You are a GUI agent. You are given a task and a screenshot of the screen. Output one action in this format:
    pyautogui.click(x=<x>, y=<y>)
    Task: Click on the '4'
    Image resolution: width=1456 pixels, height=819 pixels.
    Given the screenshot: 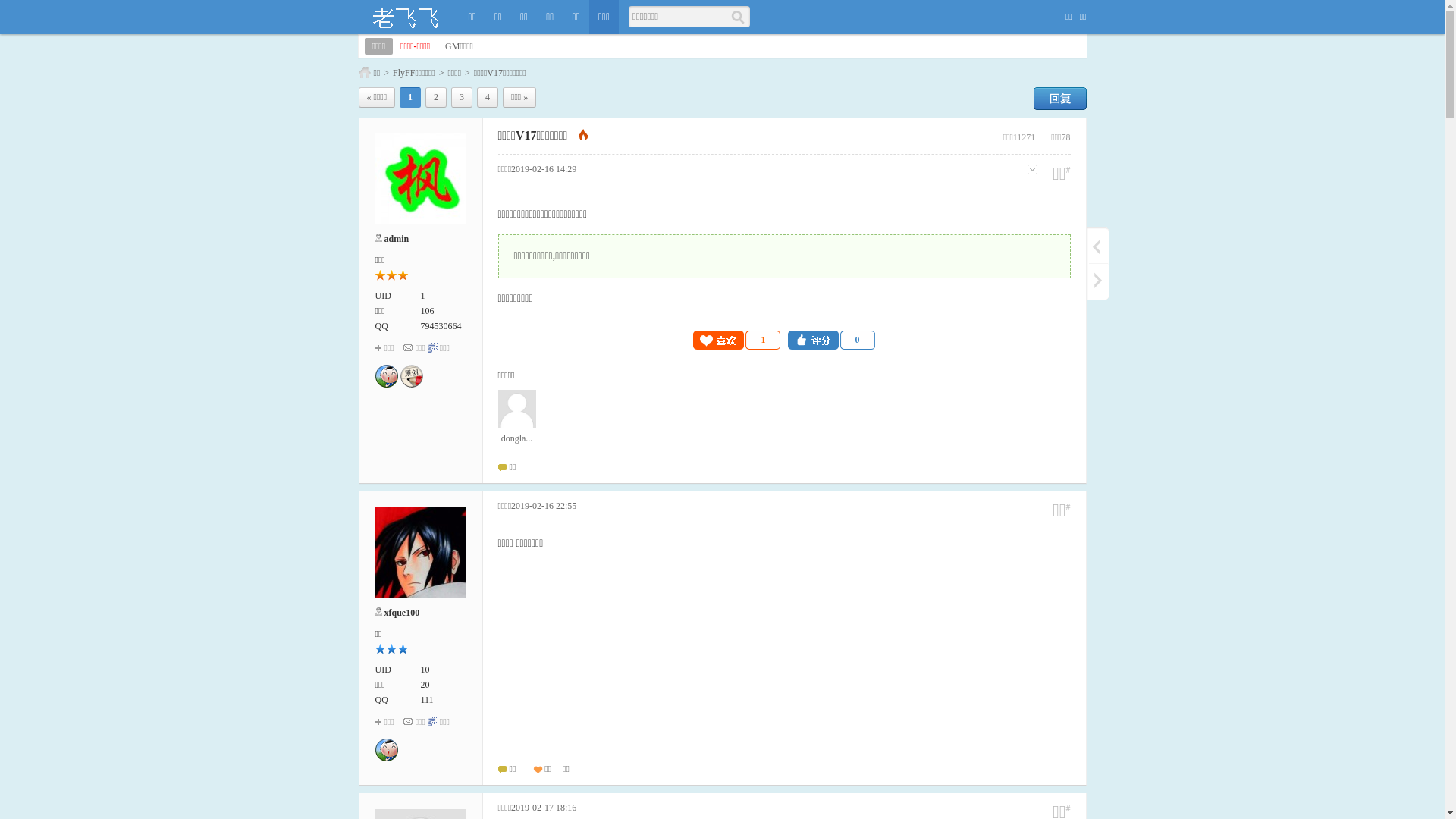 What is the action you would take?
    pyautogui.click(x=488, y=97)
    